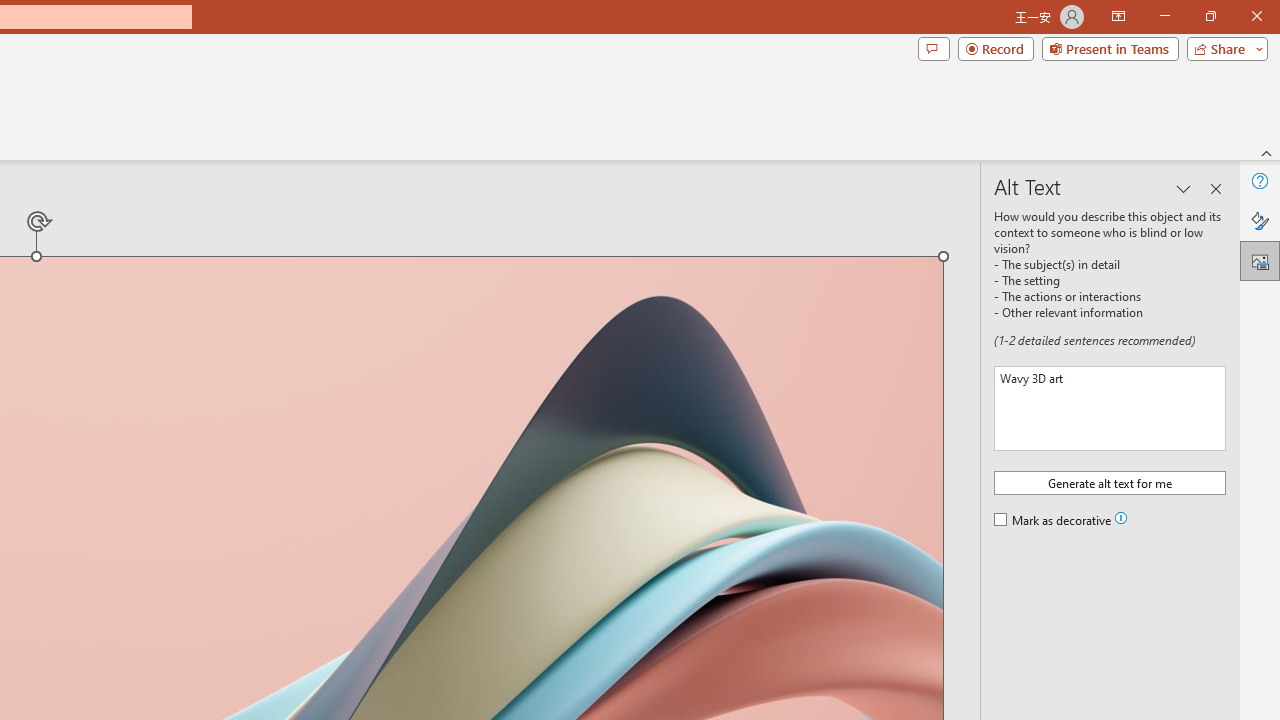 The height and width of the screenshot is (720, 1280). I want to click on 'Format Picture', so click(1259, 221).